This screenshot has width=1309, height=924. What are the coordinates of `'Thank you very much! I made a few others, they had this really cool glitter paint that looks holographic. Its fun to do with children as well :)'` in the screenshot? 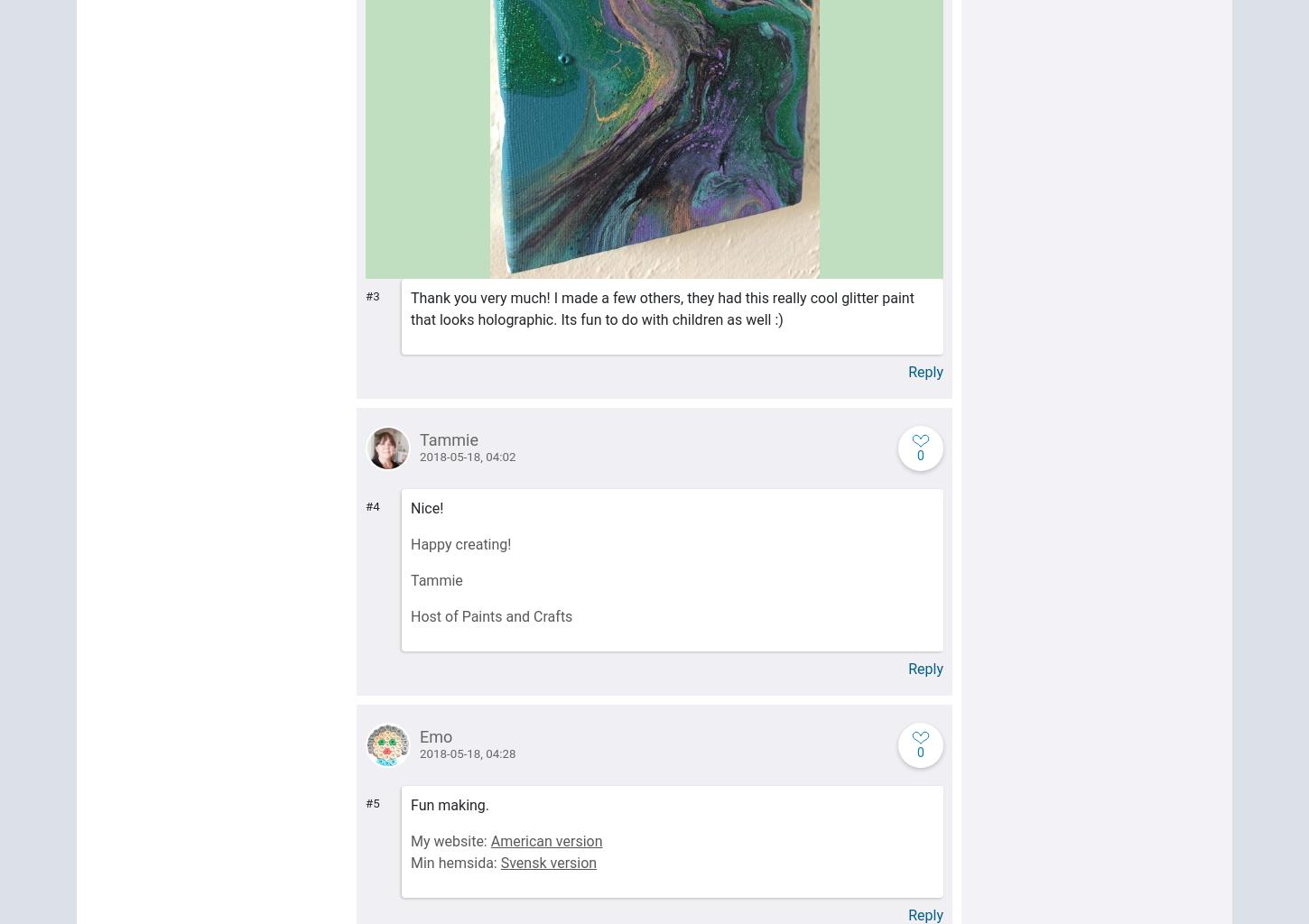 It's located at (410, 307).